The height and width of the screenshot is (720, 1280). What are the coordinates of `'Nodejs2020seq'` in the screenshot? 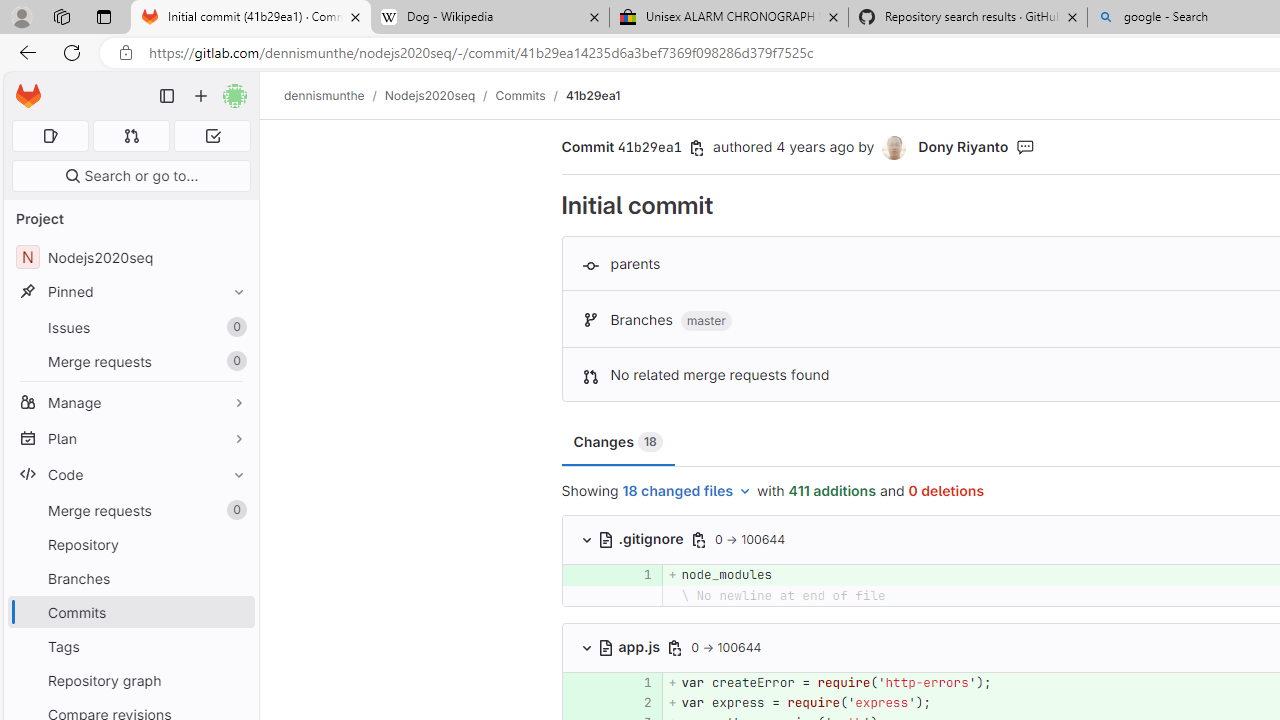 It's located at (429, 95).